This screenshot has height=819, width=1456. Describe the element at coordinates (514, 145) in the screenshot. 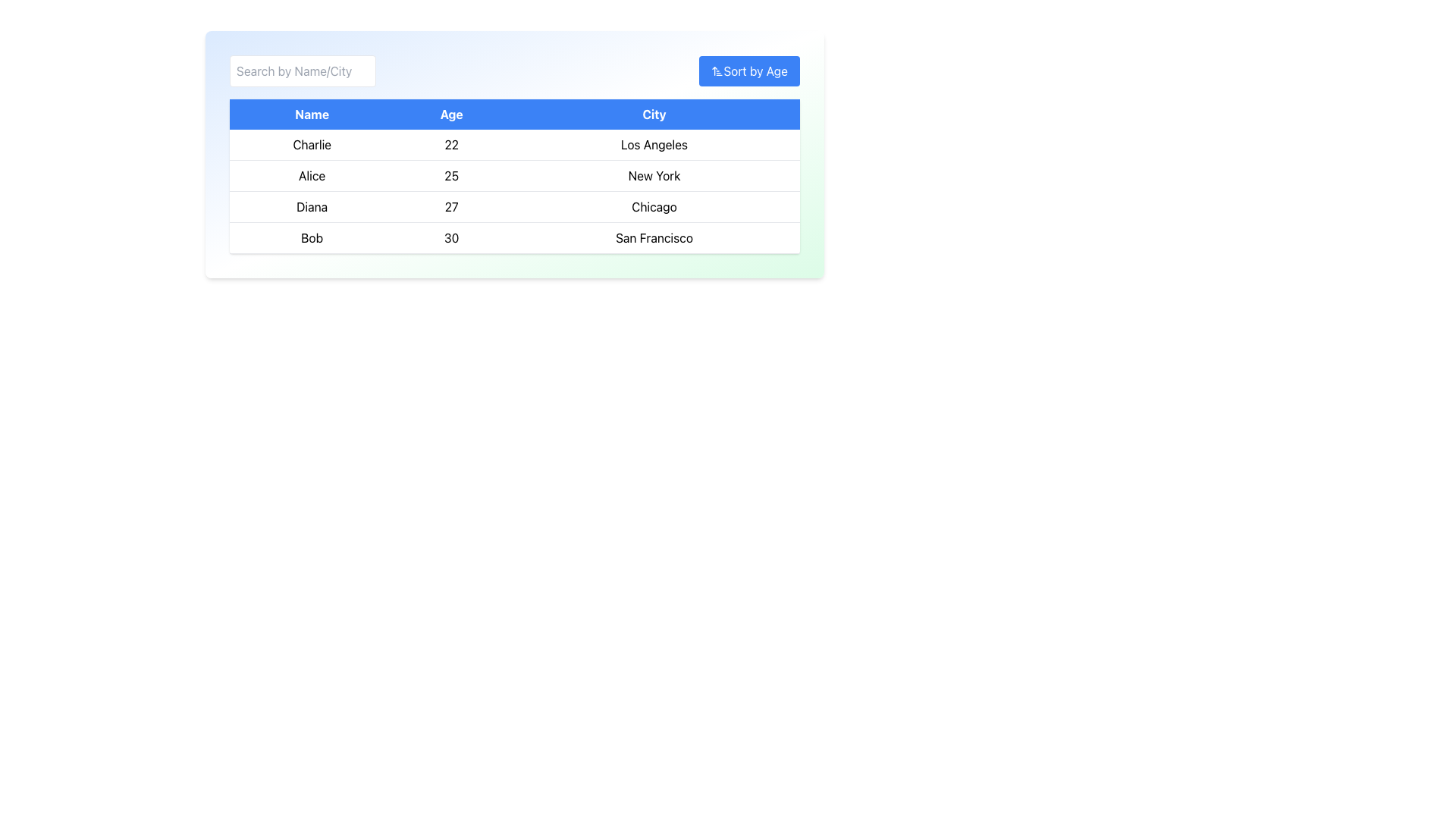

I see `the first row of the data table` at that location.